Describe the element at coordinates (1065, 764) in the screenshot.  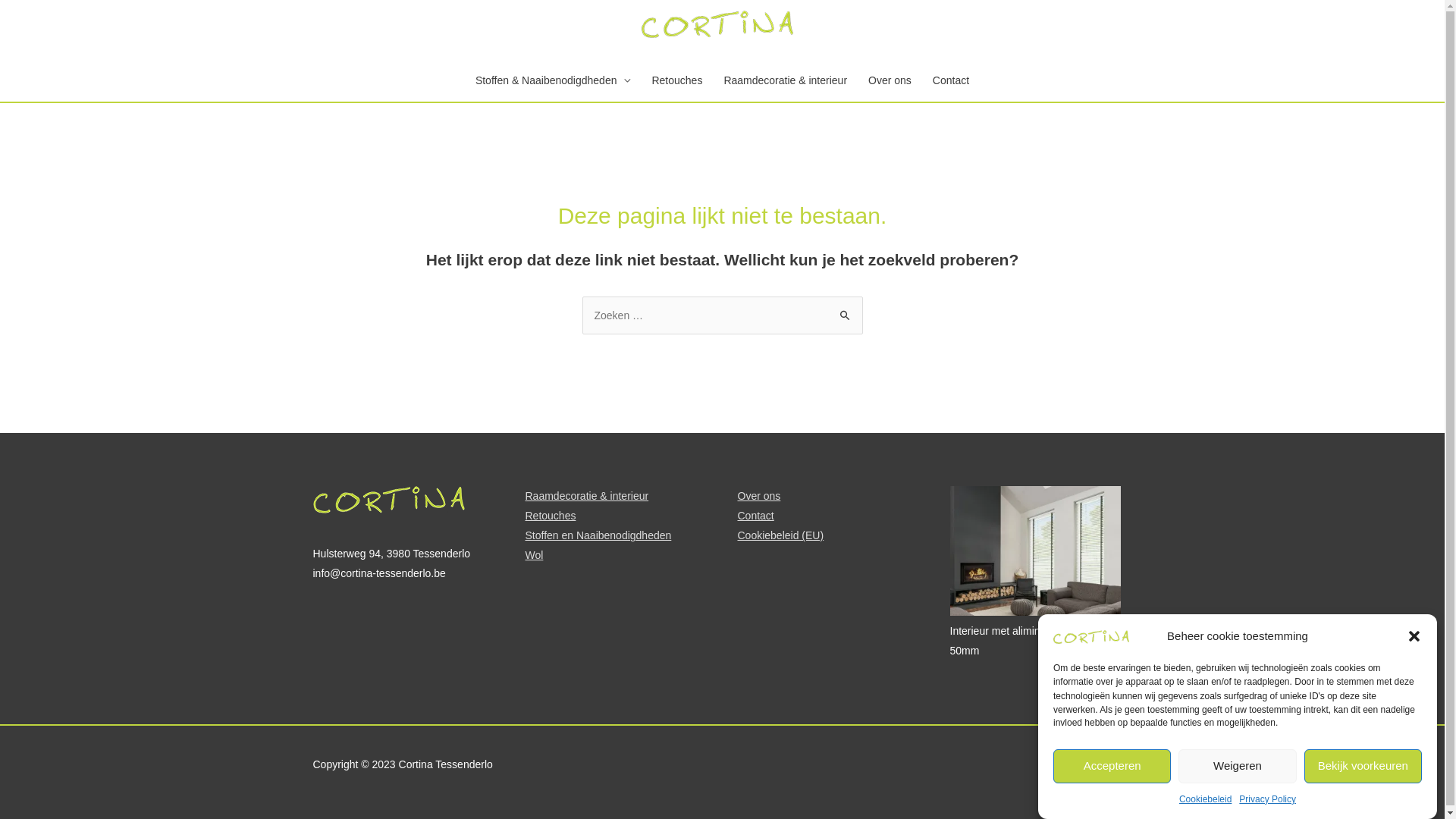
I see `'Privacy Policy'` at that location.